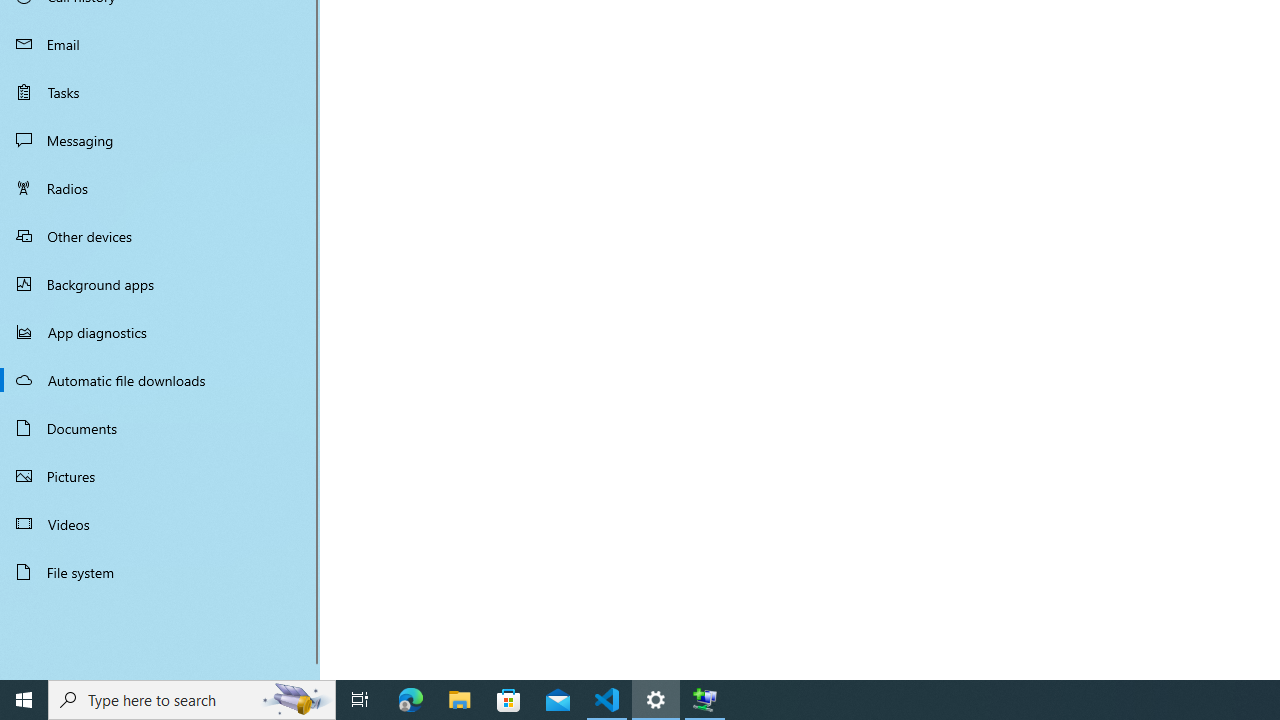  Describe the element at coordinates (160, 522) in the screenshot. I see `'Videos'` at that location.